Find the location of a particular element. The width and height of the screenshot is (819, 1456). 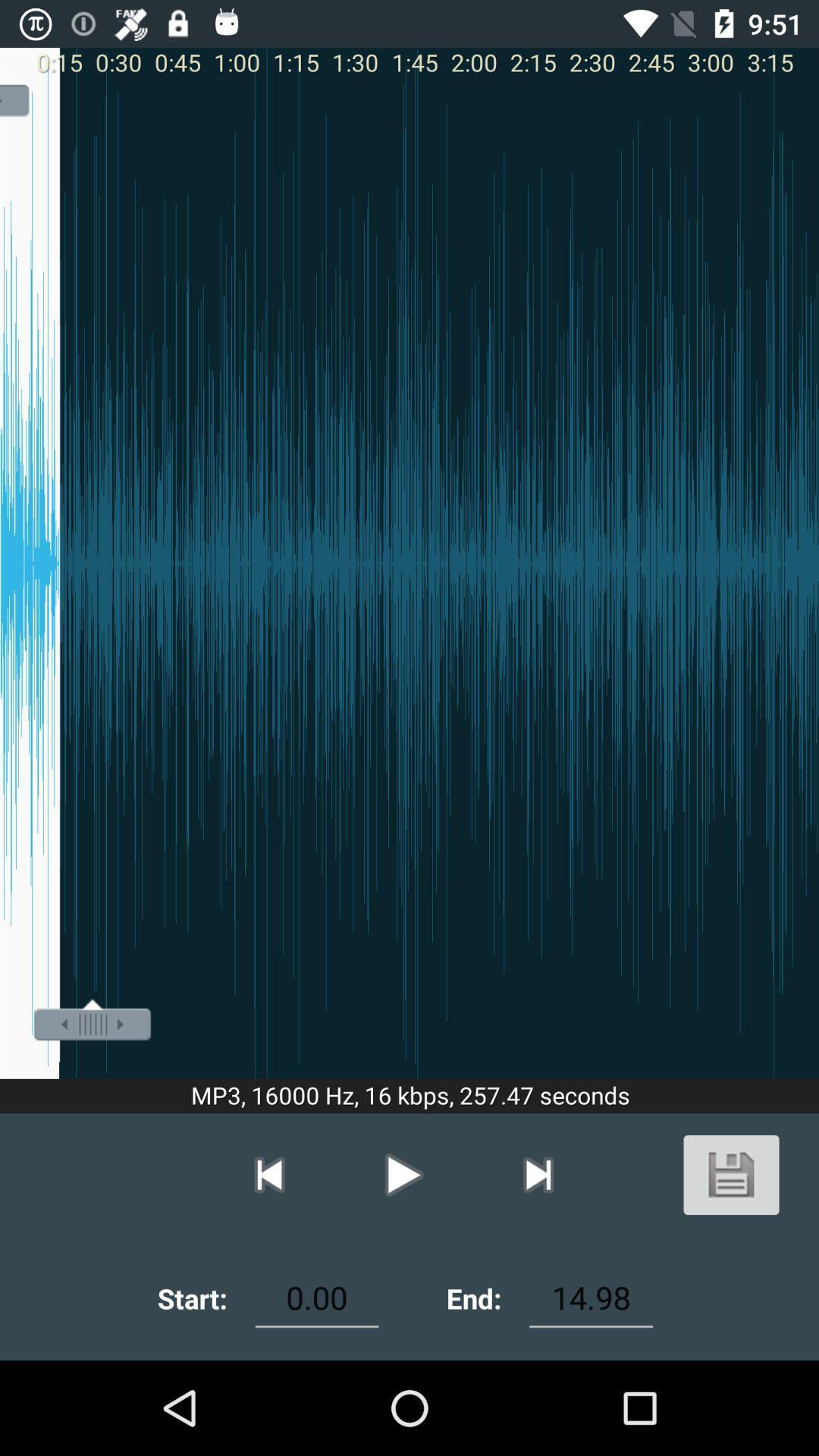

play button which is at bottom of the page is located at coordinates (403, 1174).